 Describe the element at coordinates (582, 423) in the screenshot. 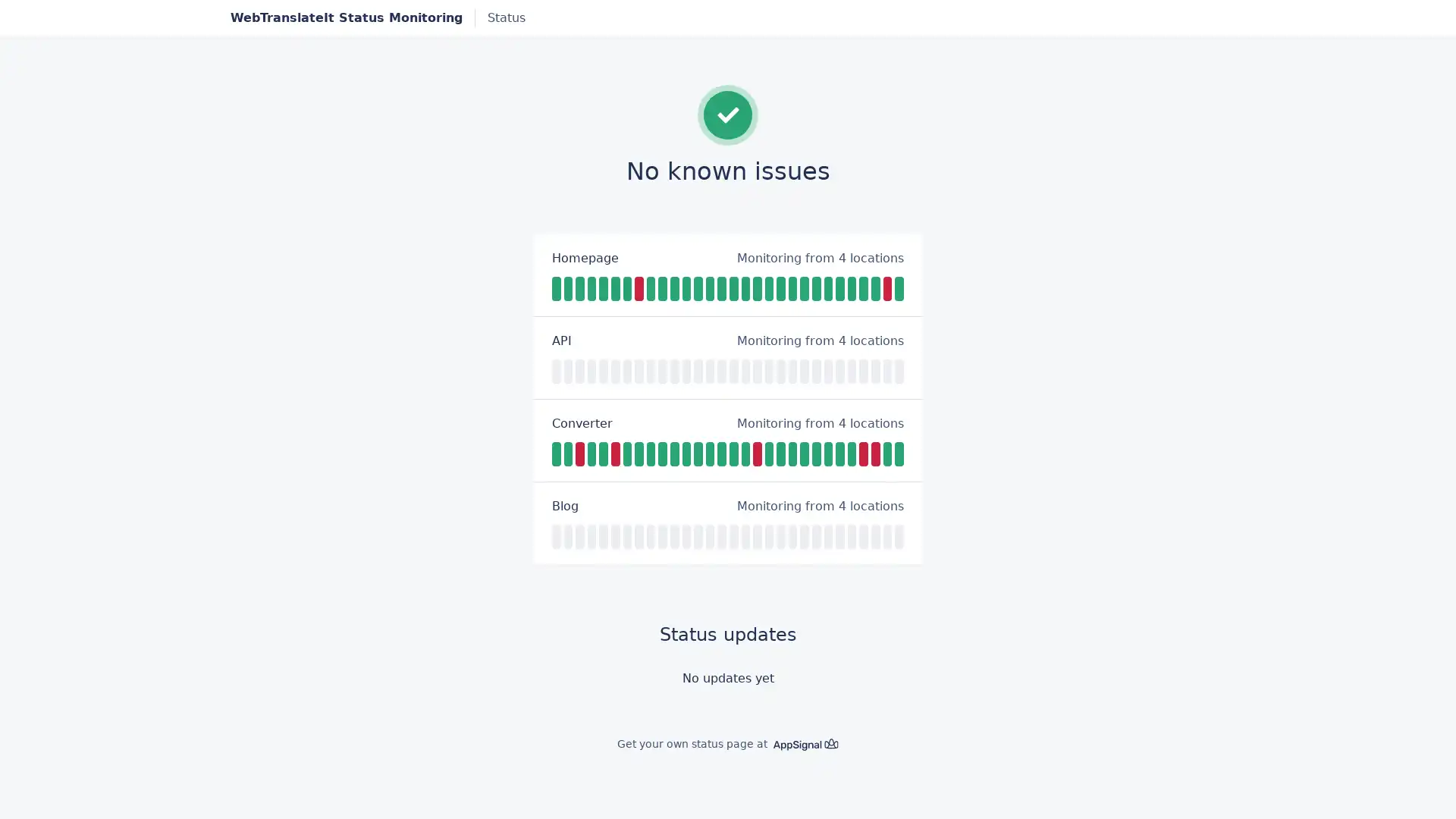

I see `Converter` at that location.